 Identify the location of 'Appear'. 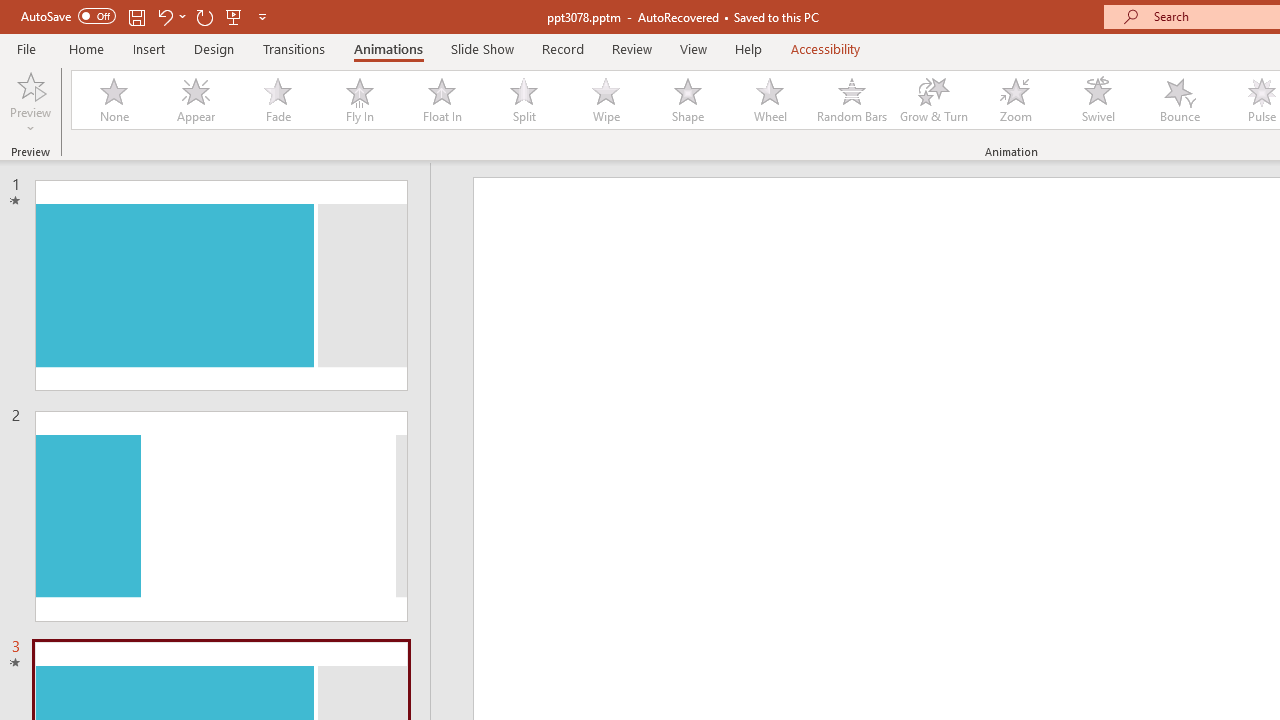
(195, 100).